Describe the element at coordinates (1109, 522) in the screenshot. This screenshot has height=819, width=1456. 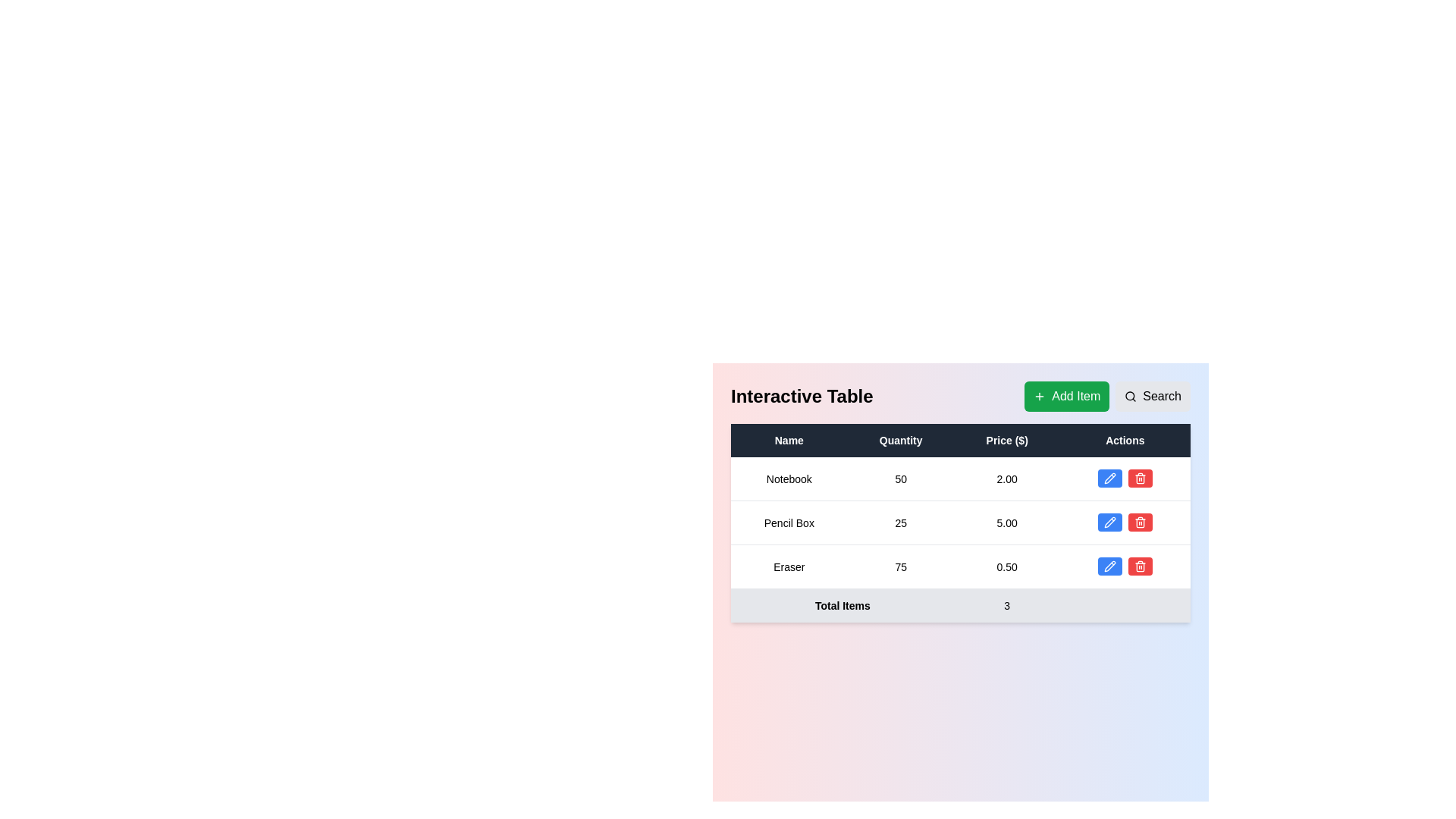
I see `the 'Edit' icon button located in the 'Actions' column of the second row in the 'Interactive Table'` at that location.